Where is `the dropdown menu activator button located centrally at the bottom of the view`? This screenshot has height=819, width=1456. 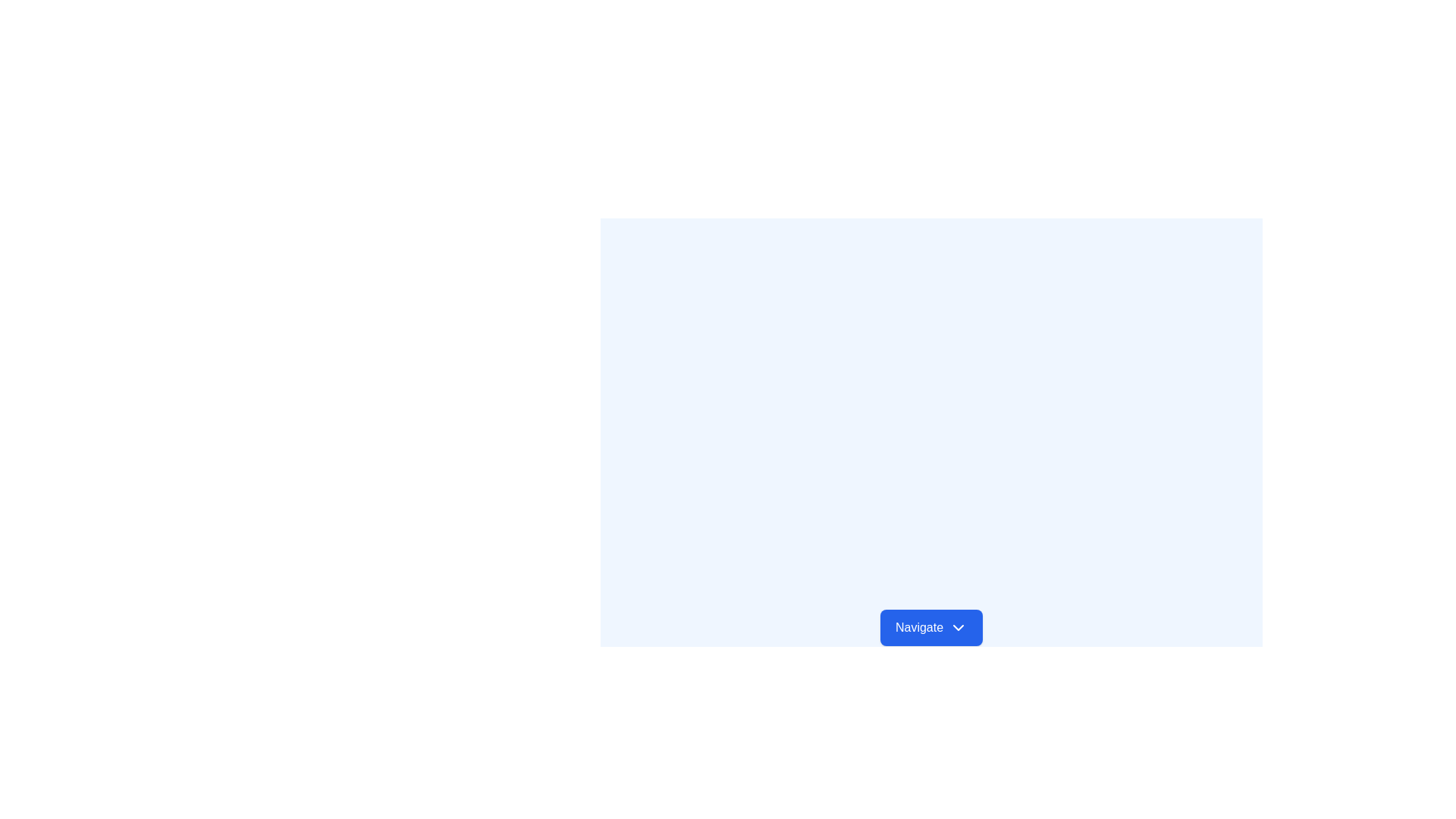
the dropdown menu activator button located centrally at the bottom of the view is located at coordinates (930, 628).